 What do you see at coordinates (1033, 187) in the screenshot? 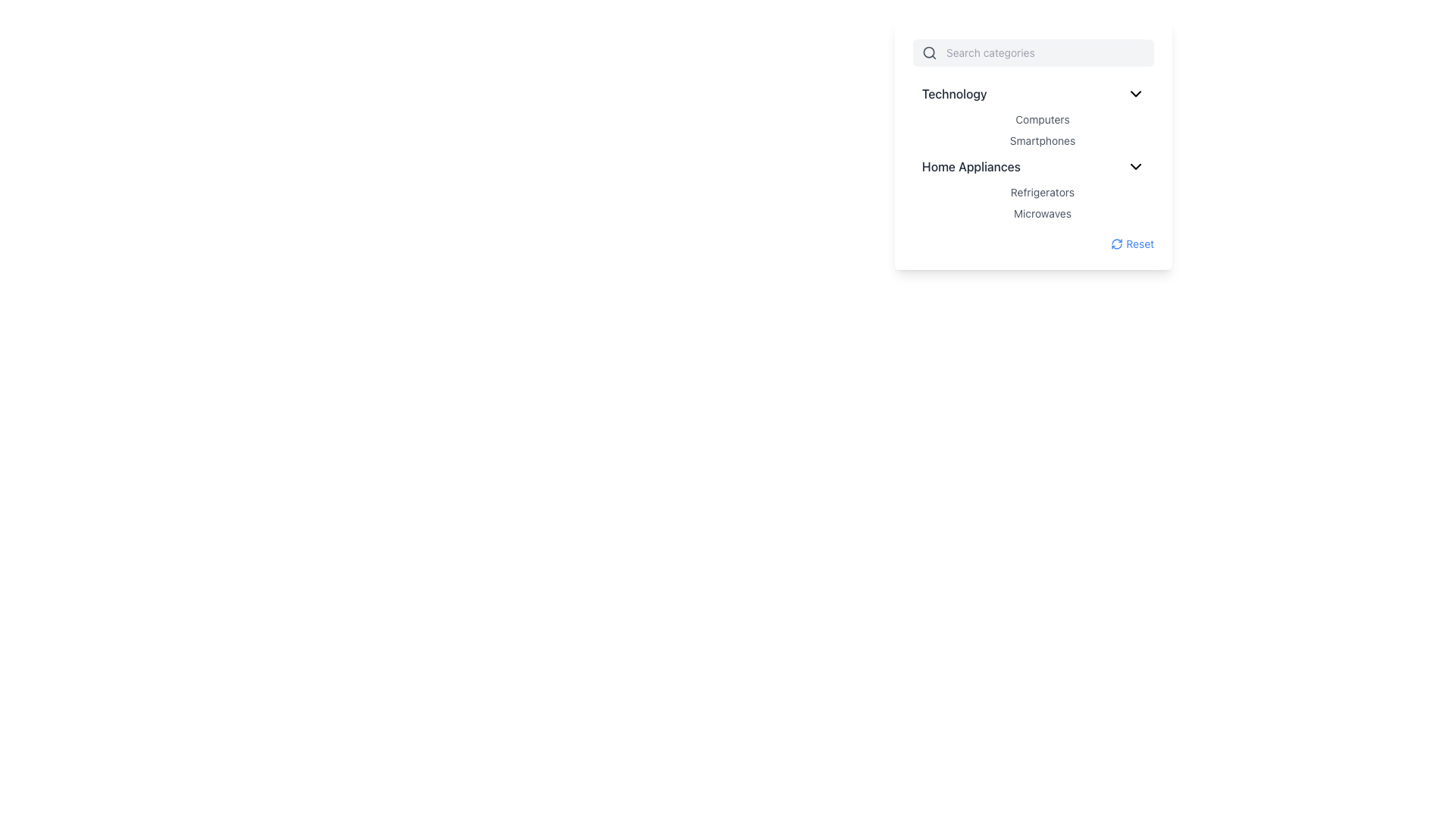
I see `the 'Home Appliances' dropdown group` at bounding box center [1033, 187].